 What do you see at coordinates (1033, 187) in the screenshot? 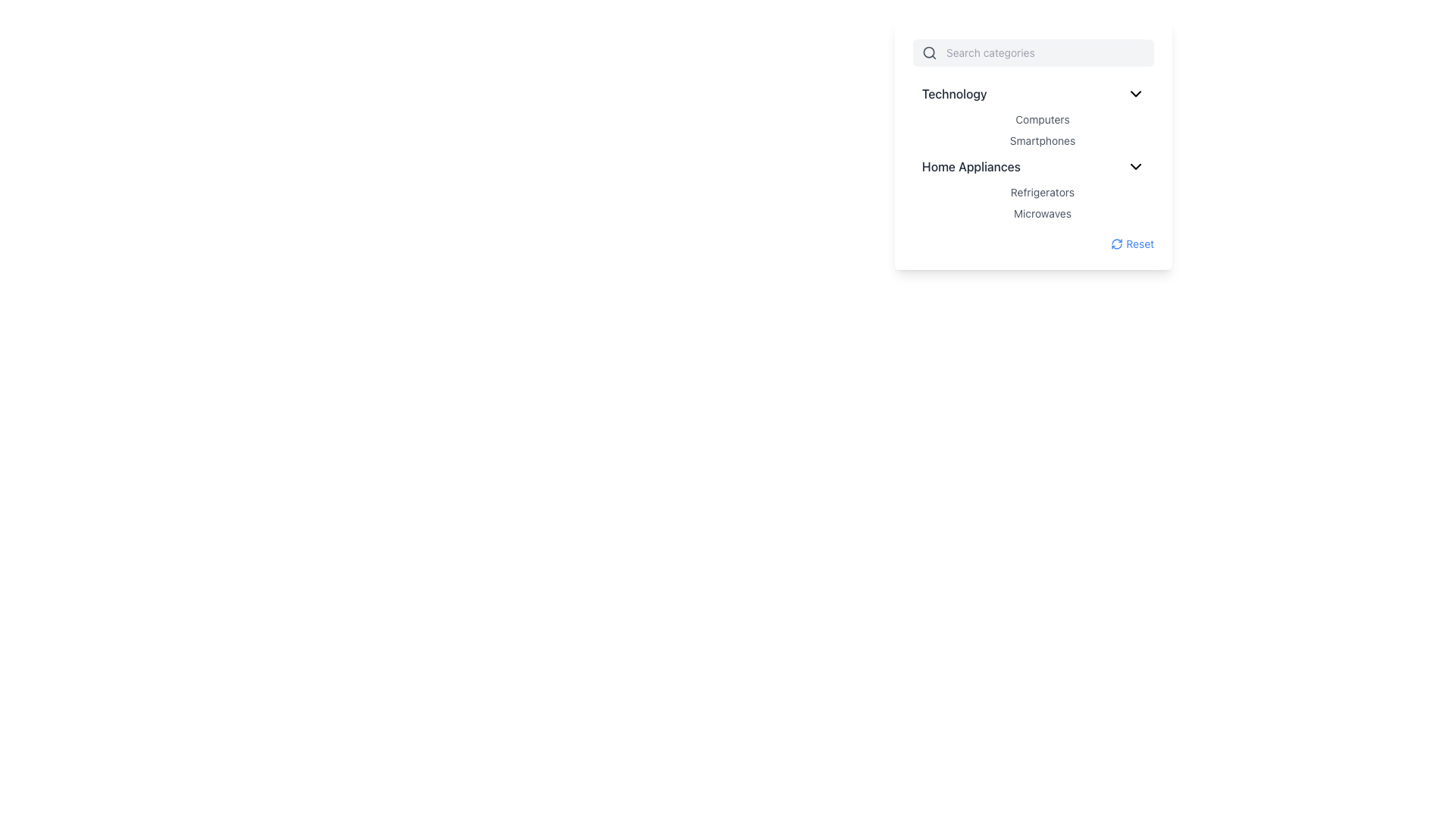
I see `the 'Home Appliances' dropdown group` at bounding box center [1033, 187].